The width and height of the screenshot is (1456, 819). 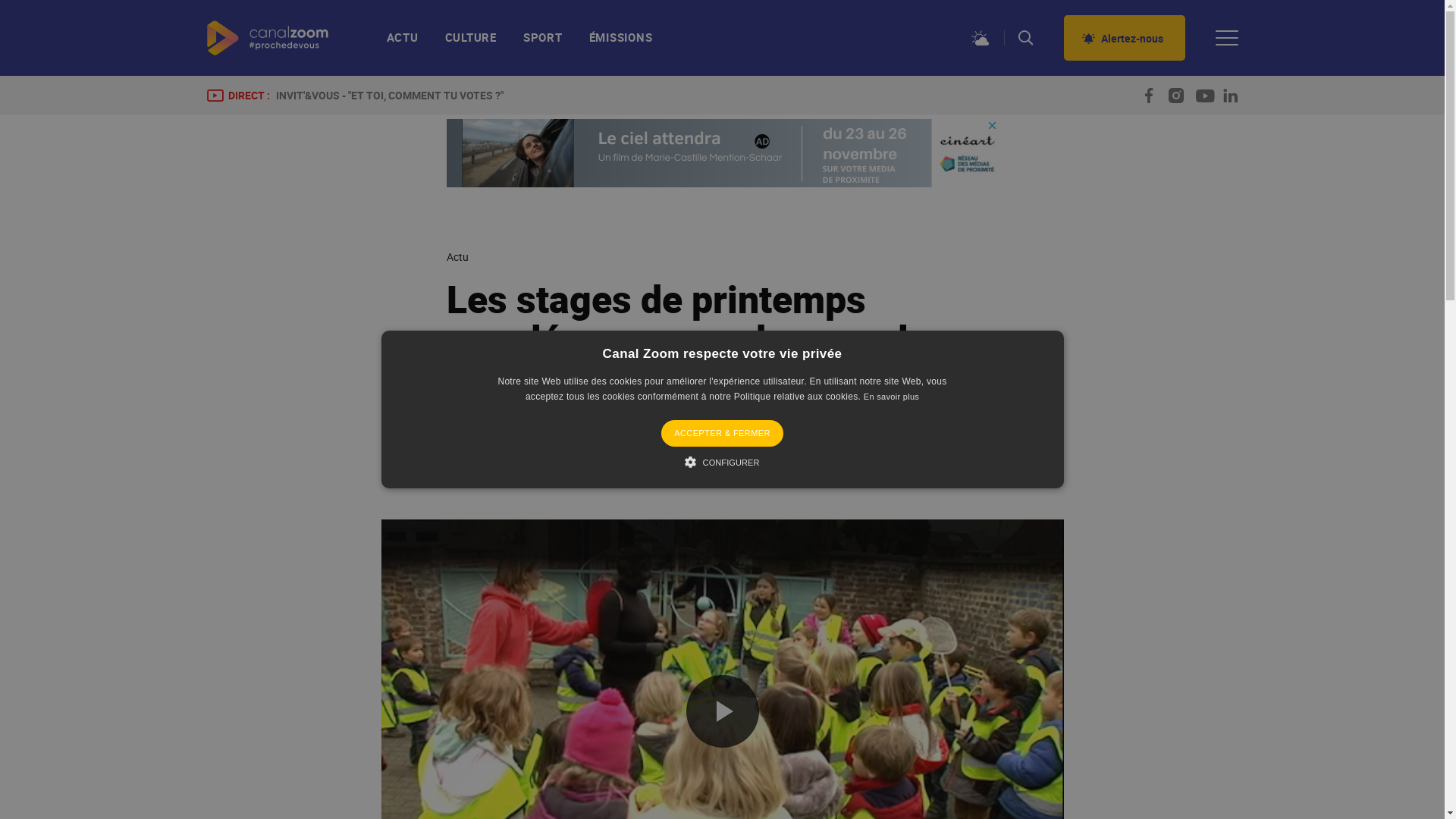 I want to click on 'CULTURE', so click(x=469, y=42).